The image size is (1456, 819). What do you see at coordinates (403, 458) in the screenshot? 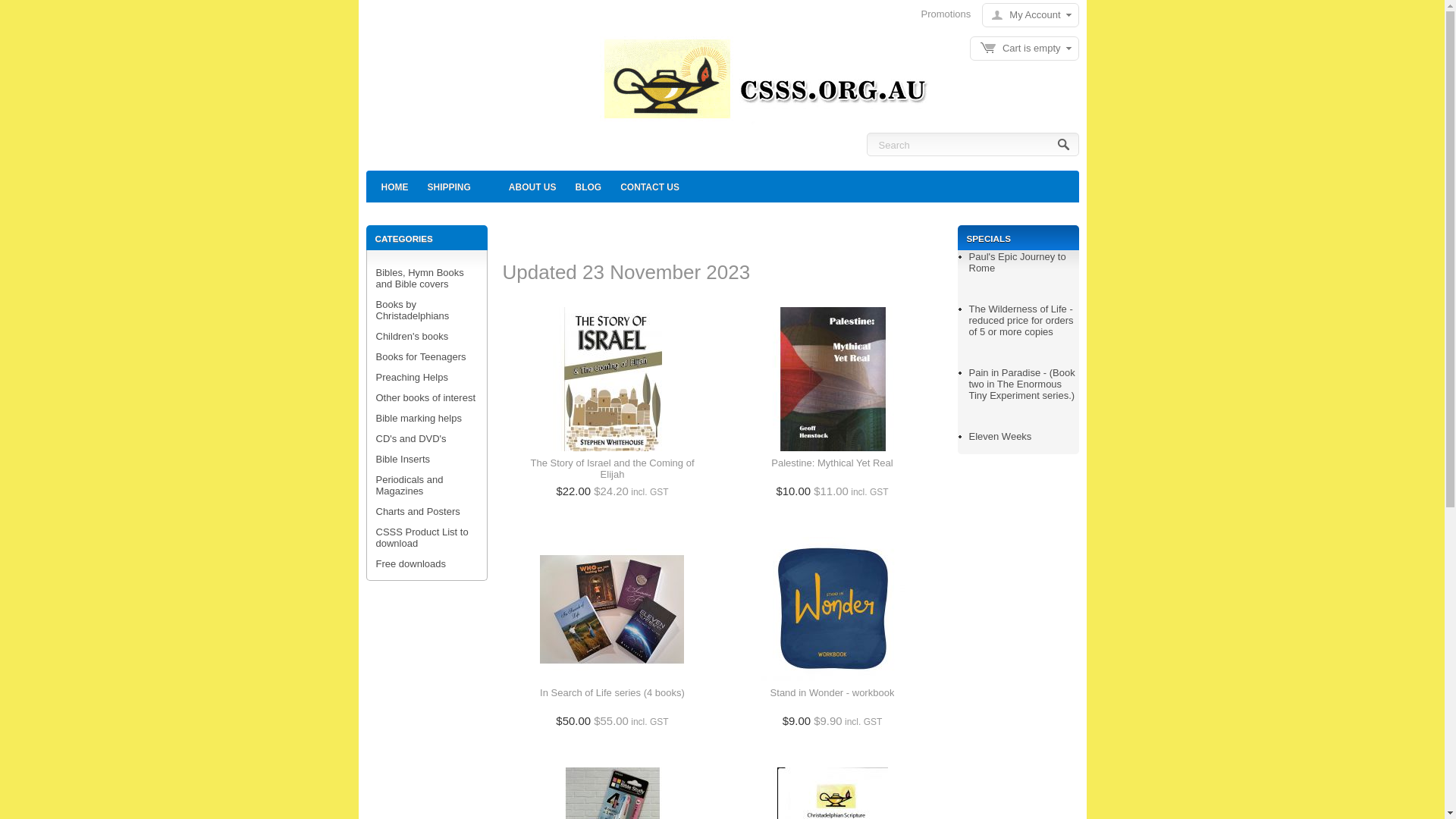
I see `'Bible Inserts'` at bounding box center [403, 458].